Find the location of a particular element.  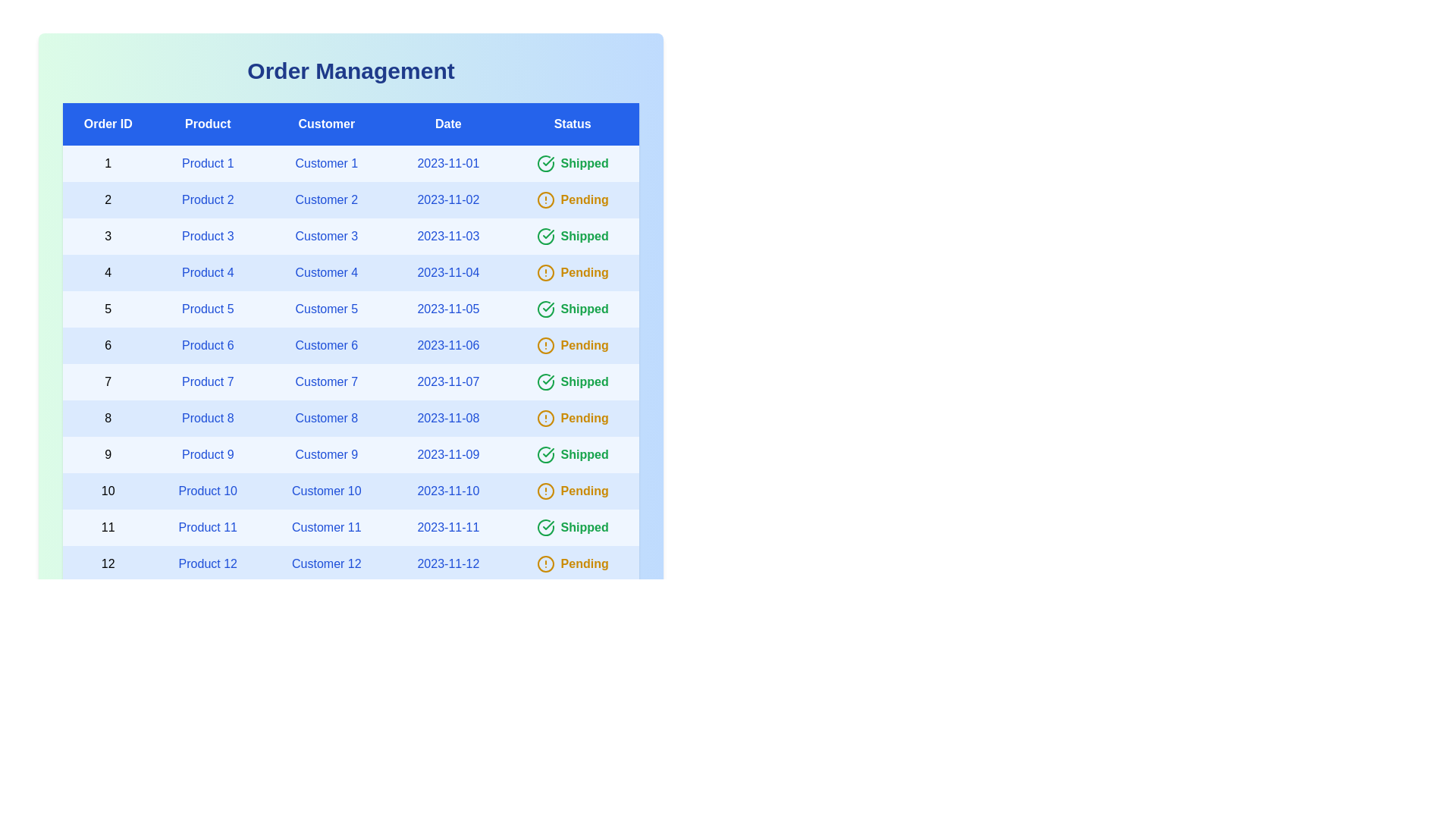

the column header to sort the table by Date is located at coordinates (447, 124).